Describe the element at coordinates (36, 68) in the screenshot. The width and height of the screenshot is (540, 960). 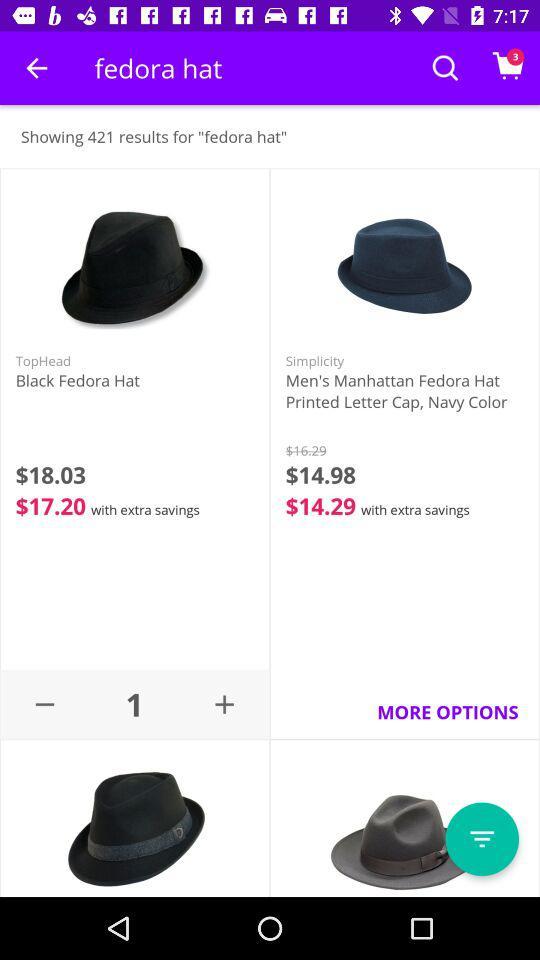
I see `the icon to the left of the fedora hat item` at that location.